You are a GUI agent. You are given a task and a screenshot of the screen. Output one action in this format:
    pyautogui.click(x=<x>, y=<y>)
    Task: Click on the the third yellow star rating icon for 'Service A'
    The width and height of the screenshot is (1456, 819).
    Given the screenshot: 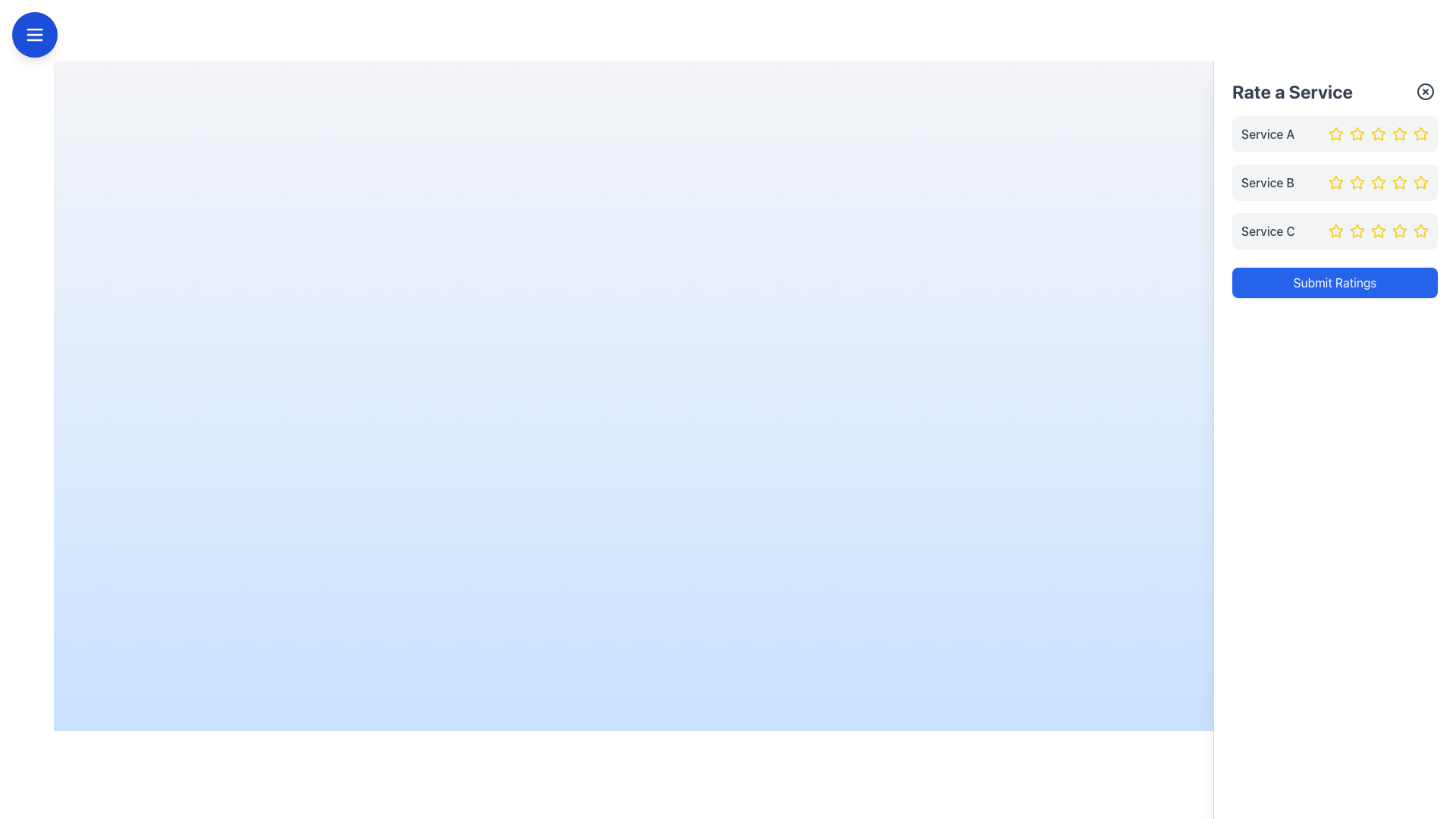 What is the action you would take?
    pyautogui.click(x=1379, y=133)
    